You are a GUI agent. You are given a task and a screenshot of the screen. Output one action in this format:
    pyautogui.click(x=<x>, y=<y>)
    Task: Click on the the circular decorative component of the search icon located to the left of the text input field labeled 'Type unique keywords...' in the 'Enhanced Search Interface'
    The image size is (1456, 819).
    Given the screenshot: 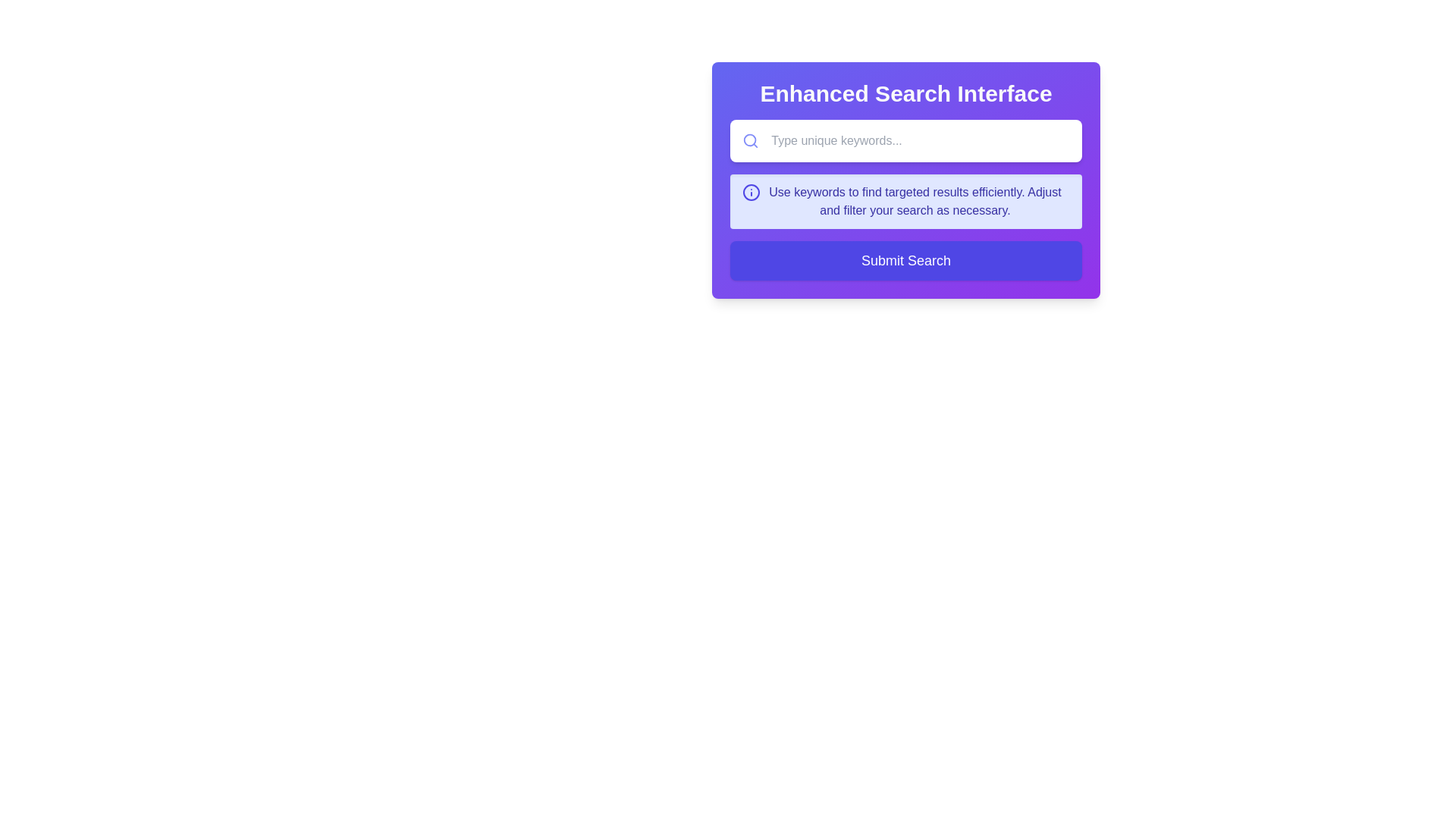 What is the action you would take?
    pyautogui.click(x=750, y=140)
    